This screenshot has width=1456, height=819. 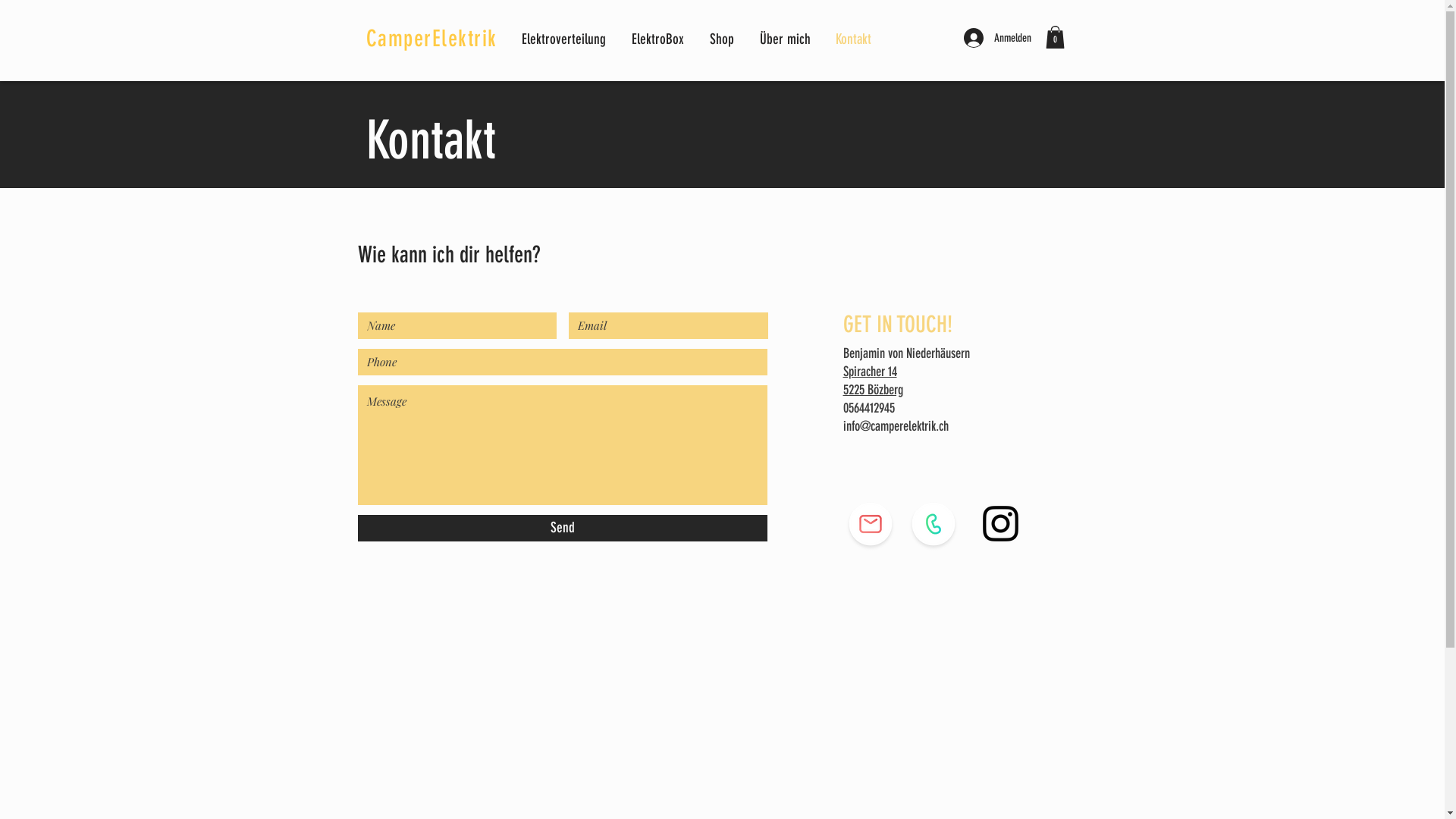 I want to click on '0', so click(x=1043, y=36).